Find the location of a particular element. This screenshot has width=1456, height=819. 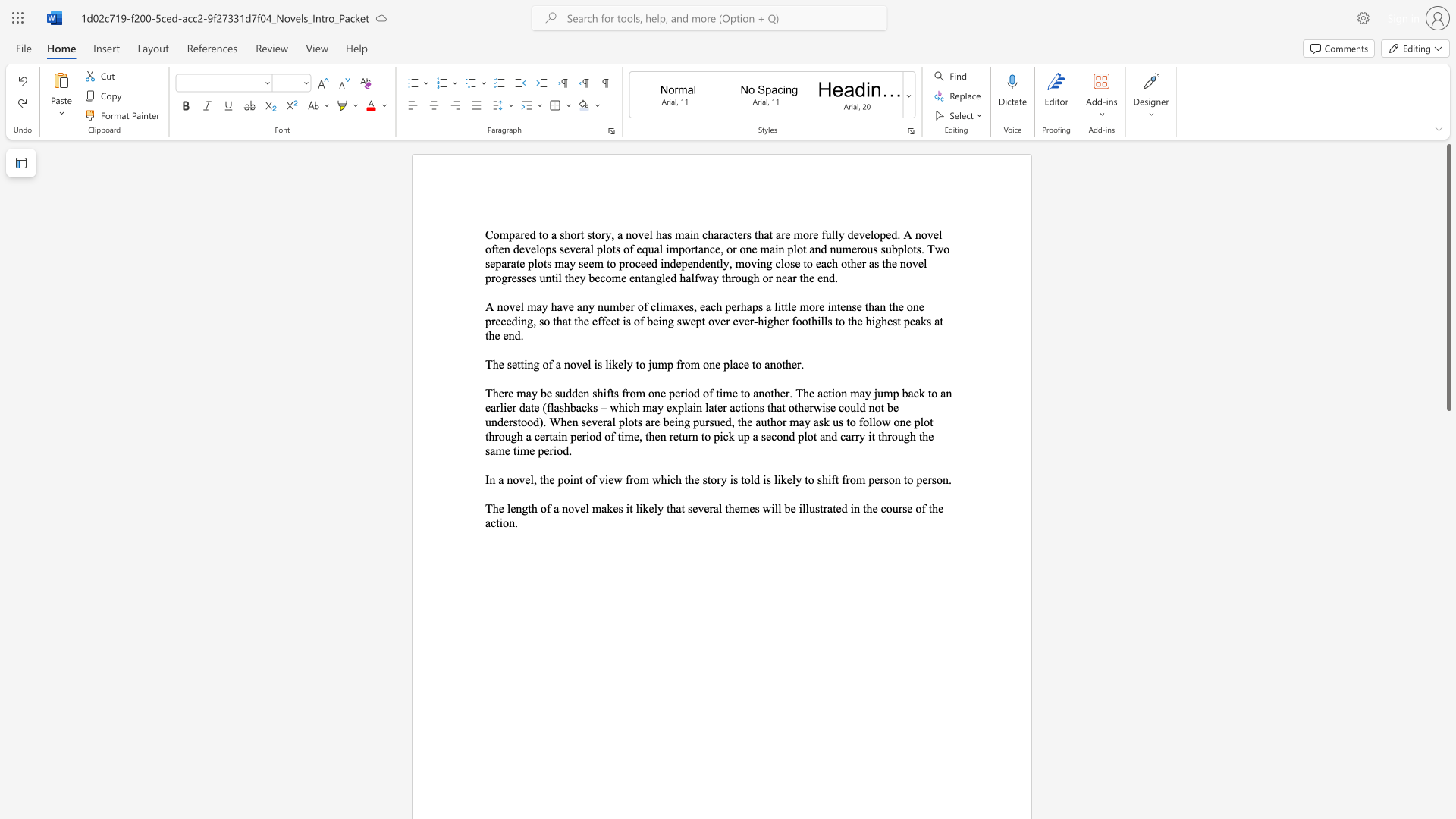

the subset text "rtain period of time, then return to pick up a second plot and carry it thr" within the text "There may be sudden shifts from one period of time to another. The action may jump back to an earlier date (flashbacks – which may explain later actions that otherwise could not be understood). When several plots are being pursued, the author may ask us to follow one plot through a certain period of time, then return to pick up a second plot and carry it through the same time period." is located at coordinates (545, 436).